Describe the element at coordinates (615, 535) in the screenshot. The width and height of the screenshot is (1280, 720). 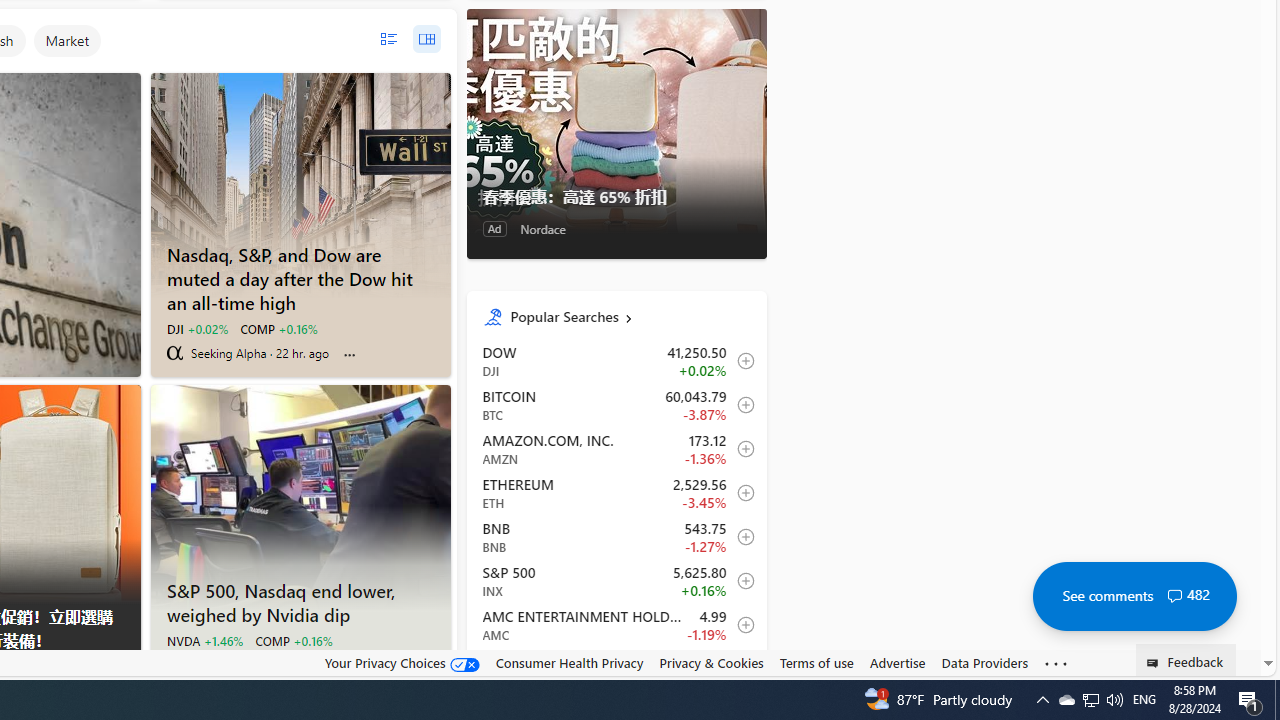
I see `'BNB BNB decrease 543.75 -6.88 -1.27% itemundefined'` at that location.